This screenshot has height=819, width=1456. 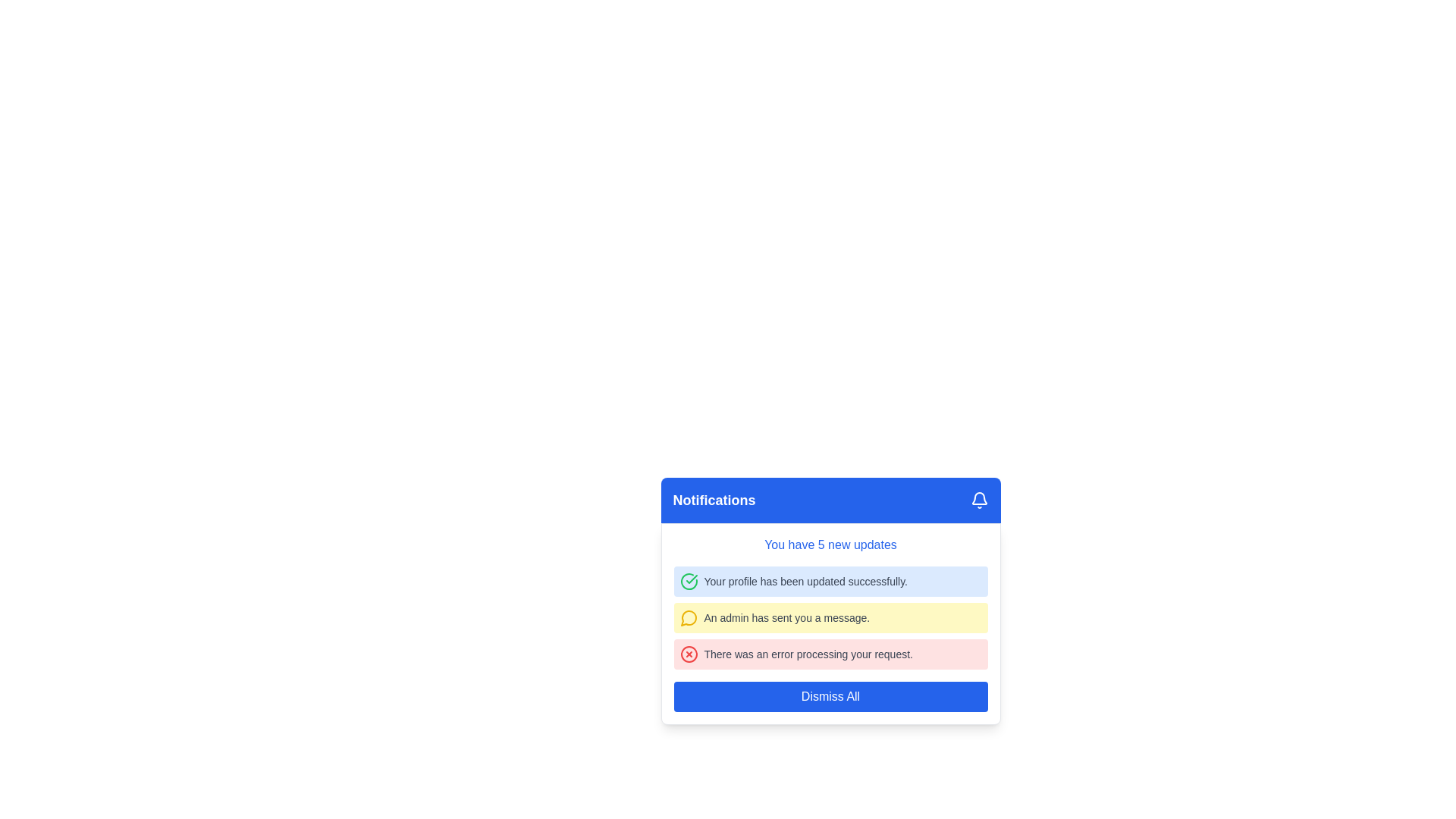 What do you see at coordinates (805, 581) in the screenshot?
I see `the text label that reads 'Your profile has been updated successfully.' in the first notification slot of the 'Notifications' panel, which is styled in gray within a light blue area` at bounding box center [805, 581].